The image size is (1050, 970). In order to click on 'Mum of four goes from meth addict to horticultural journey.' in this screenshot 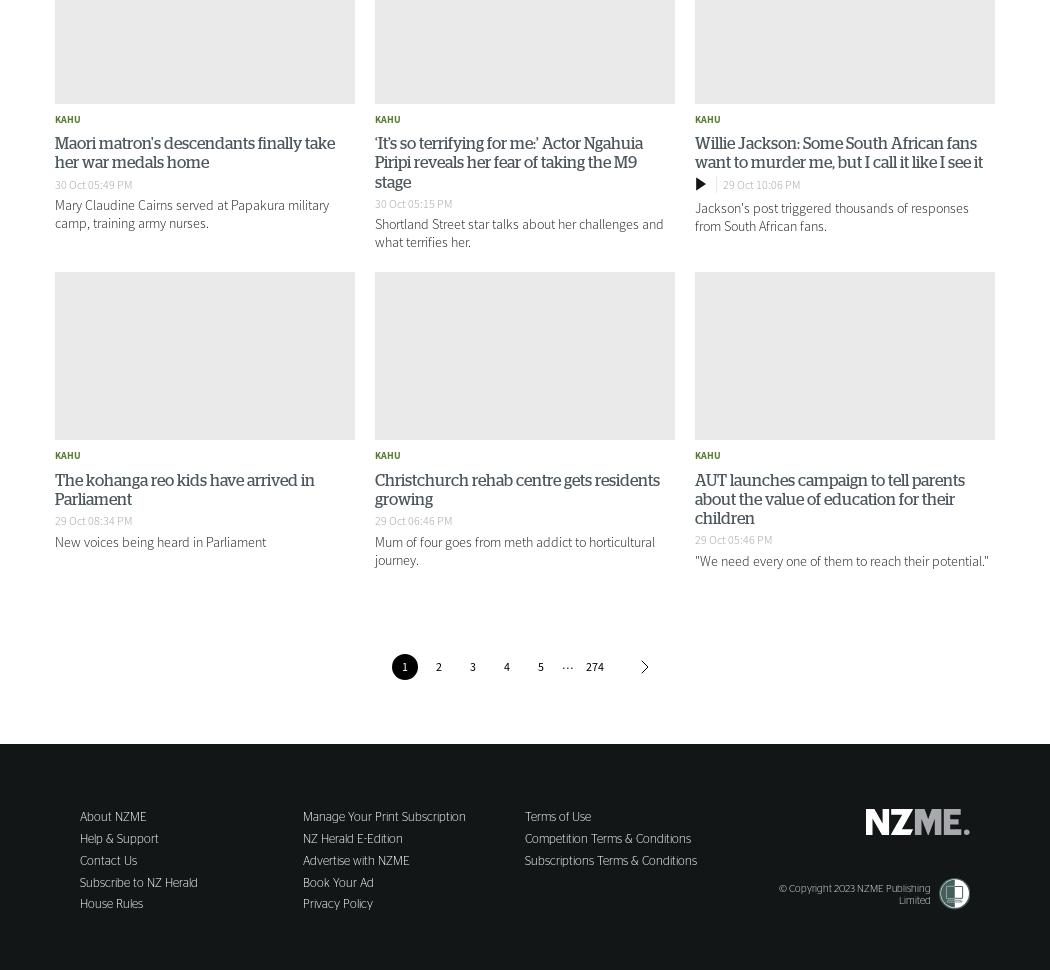, I will do `click(373, 549)`.